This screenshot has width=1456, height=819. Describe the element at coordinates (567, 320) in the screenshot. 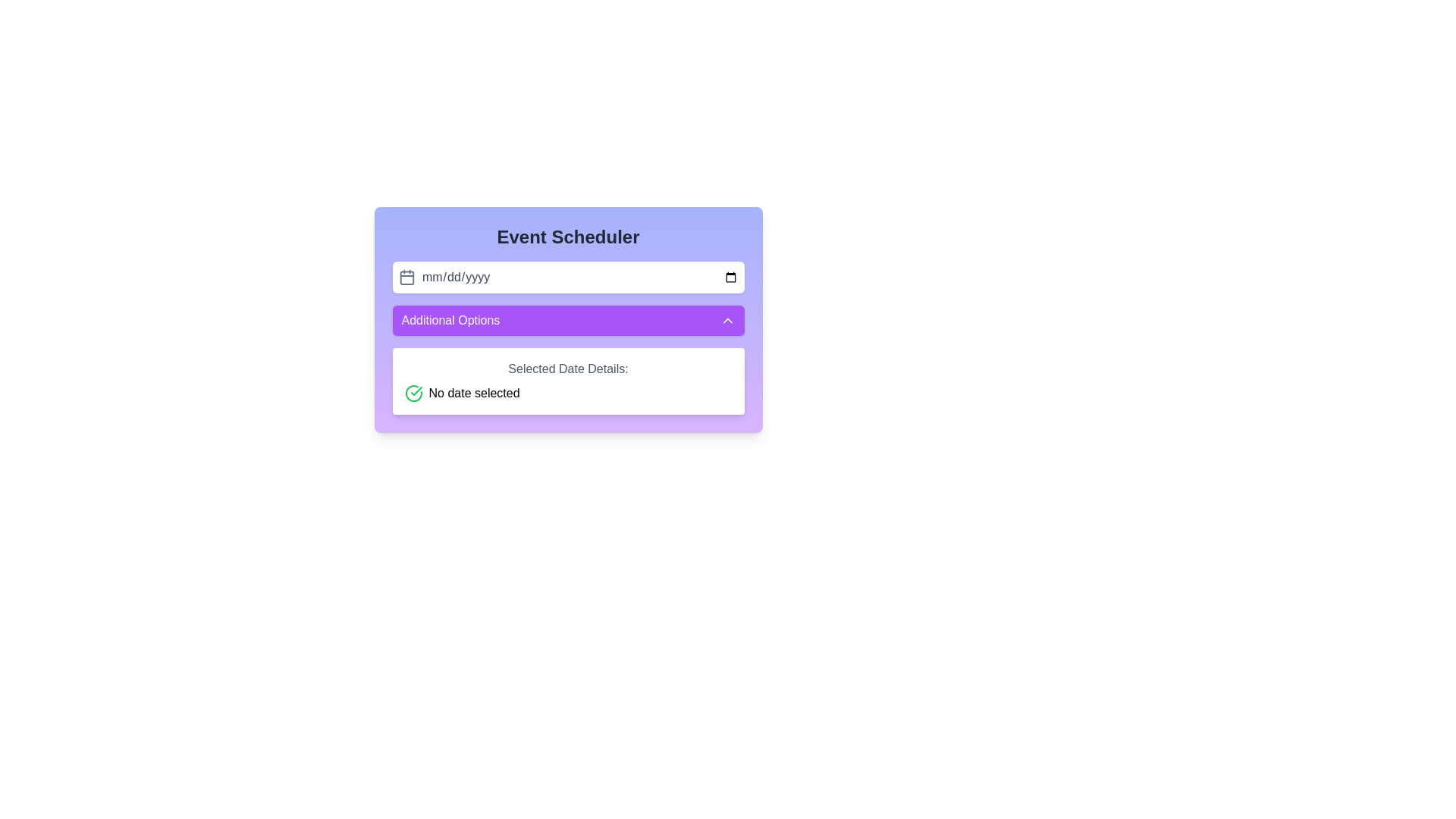

I see `the toggle button located below the date selection input field` at that location.